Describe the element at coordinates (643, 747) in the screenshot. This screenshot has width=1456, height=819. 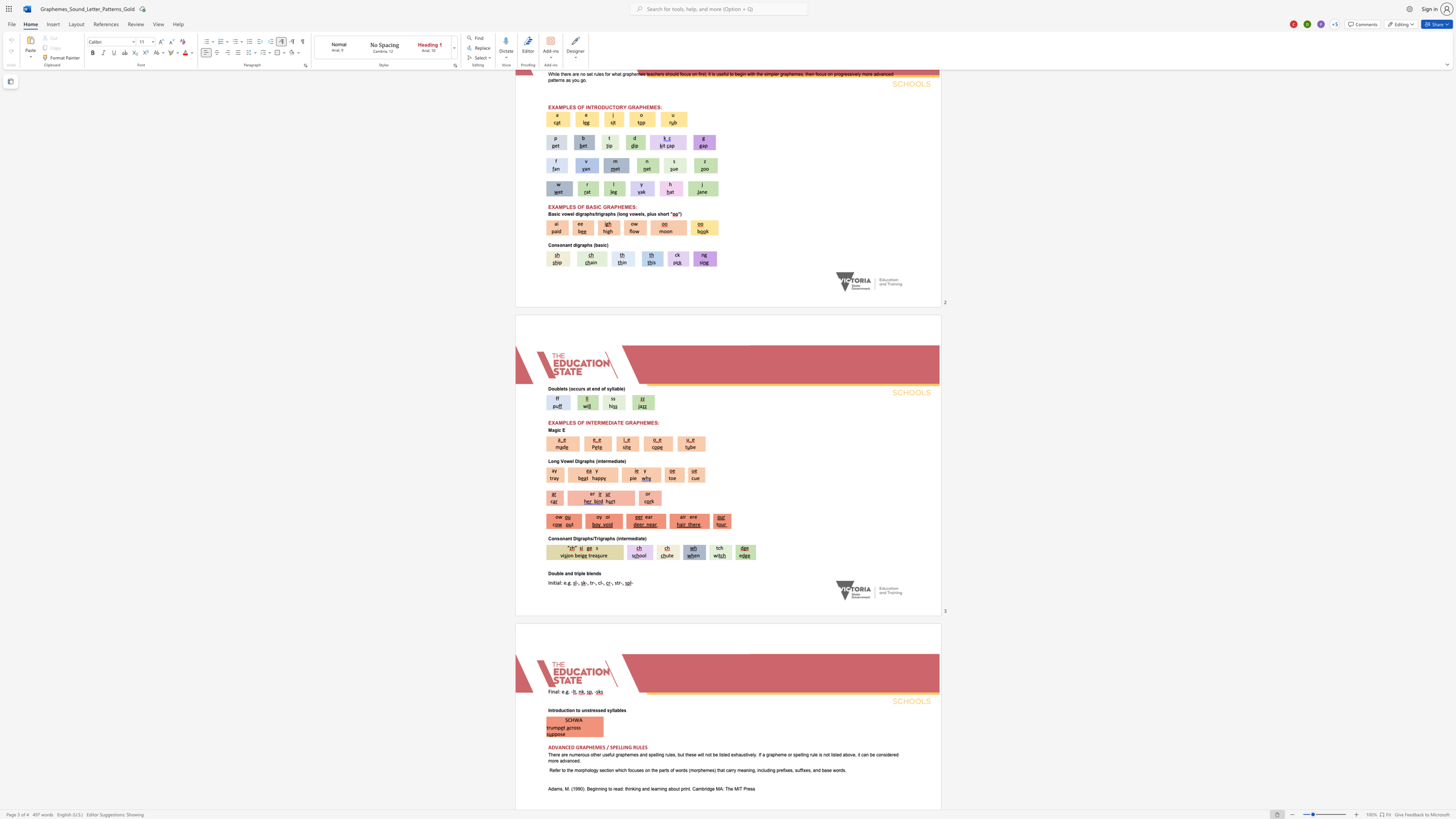
I see `the 5th character "E" in the text` at that location.